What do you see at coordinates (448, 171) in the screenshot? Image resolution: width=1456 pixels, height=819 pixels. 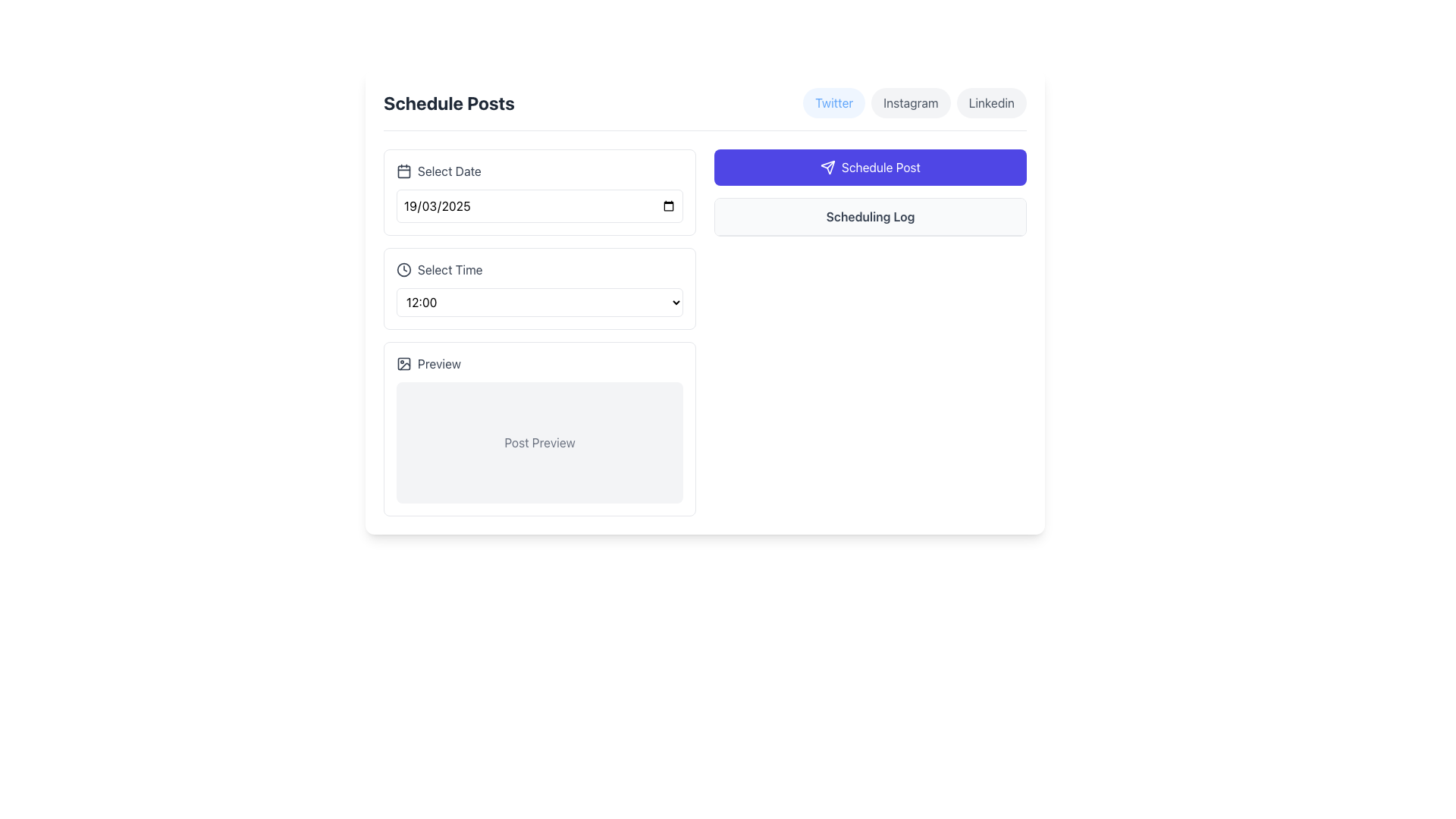 I see `the text label displaying 'Select Date' which is styled in gray and located above a date input field, positioned near a calendar icon` at bounding box center [448, 171].